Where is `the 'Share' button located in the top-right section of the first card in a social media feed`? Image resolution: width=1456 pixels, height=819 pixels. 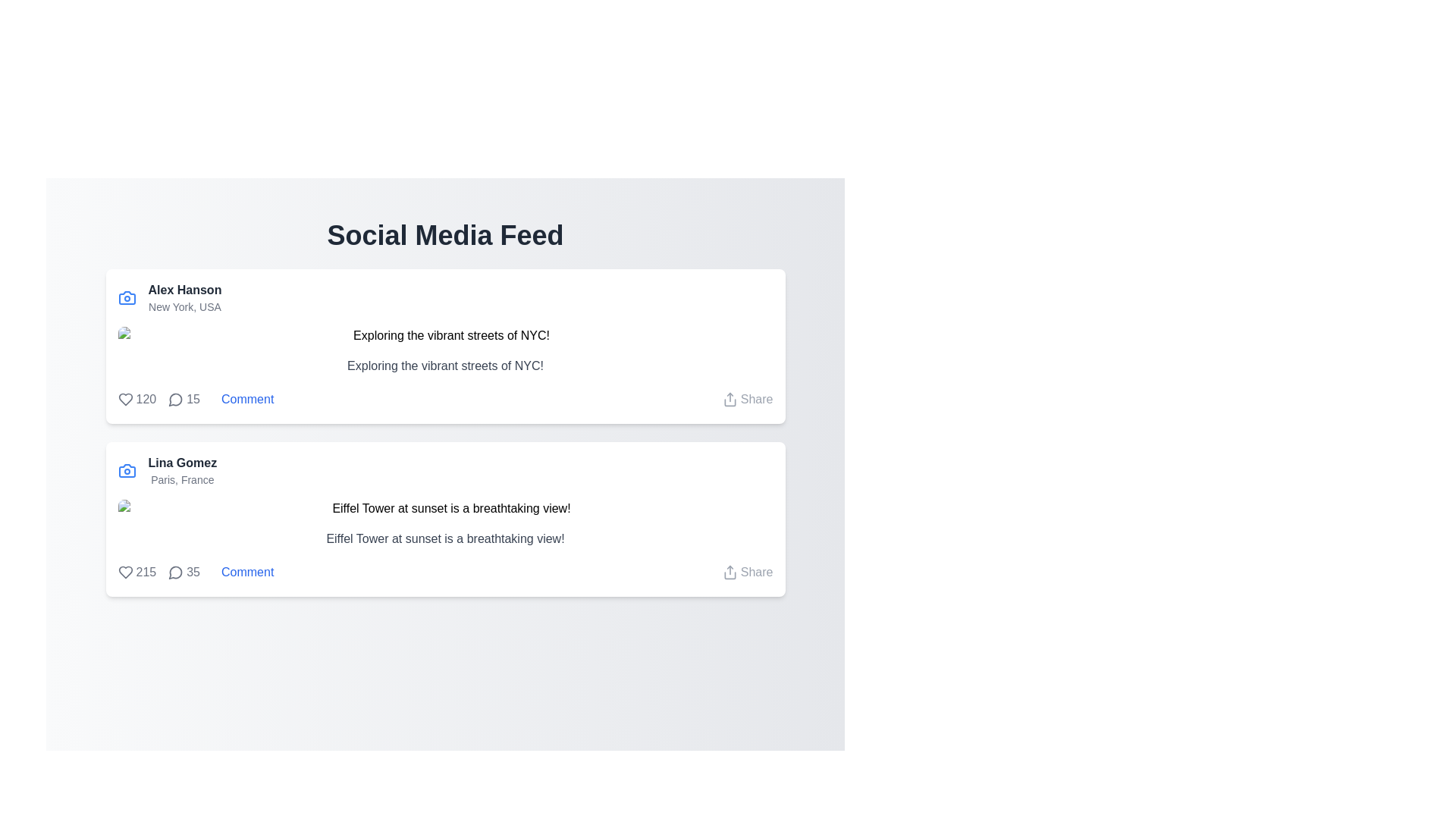 the 'Share' button located in the top-right section of the first card in a social media feed is located at coordinates (748, 399).